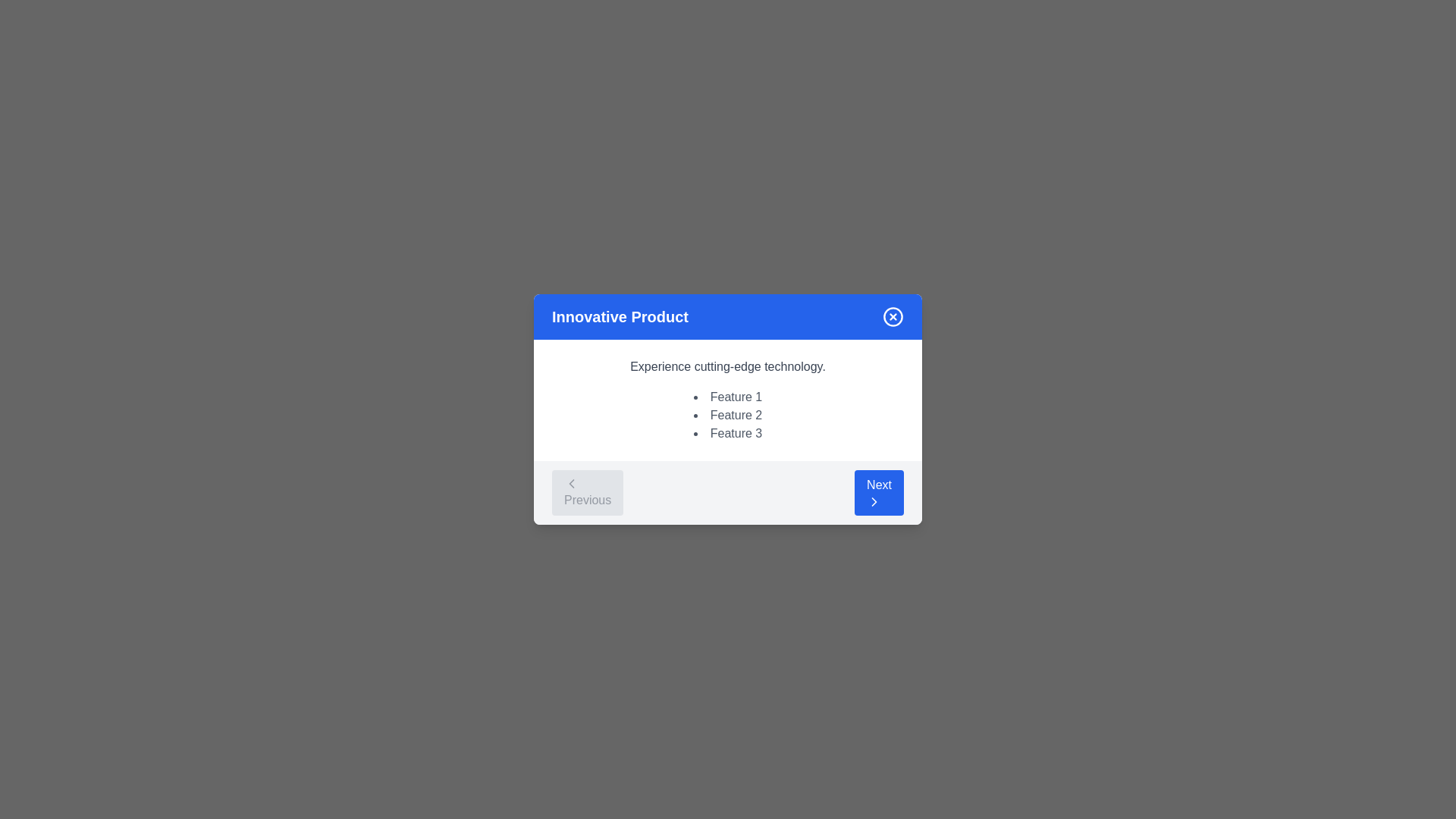  Describe the element at coordinates (893, 315) in the screenshot. I see `the close button located in the top-right corner of the blue header section labeled 'Innovative Product'` at that location.